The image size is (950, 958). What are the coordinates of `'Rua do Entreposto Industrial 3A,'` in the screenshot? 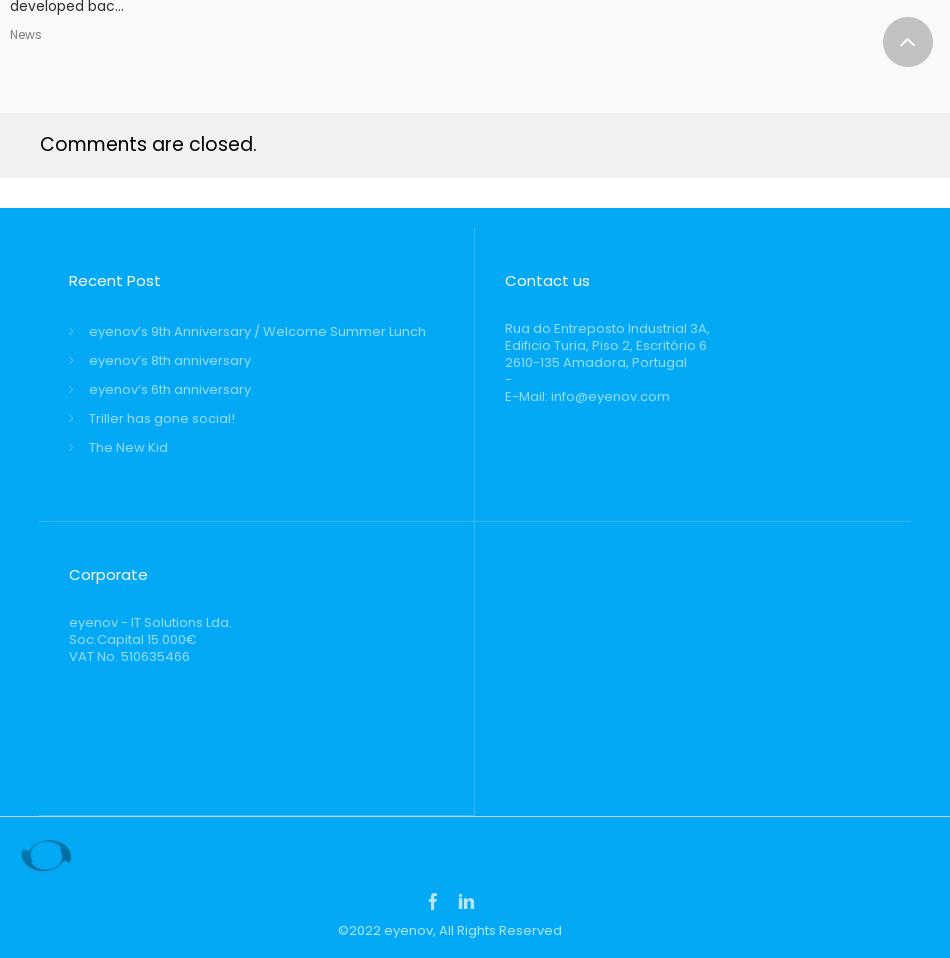 It's located at (607, 327).